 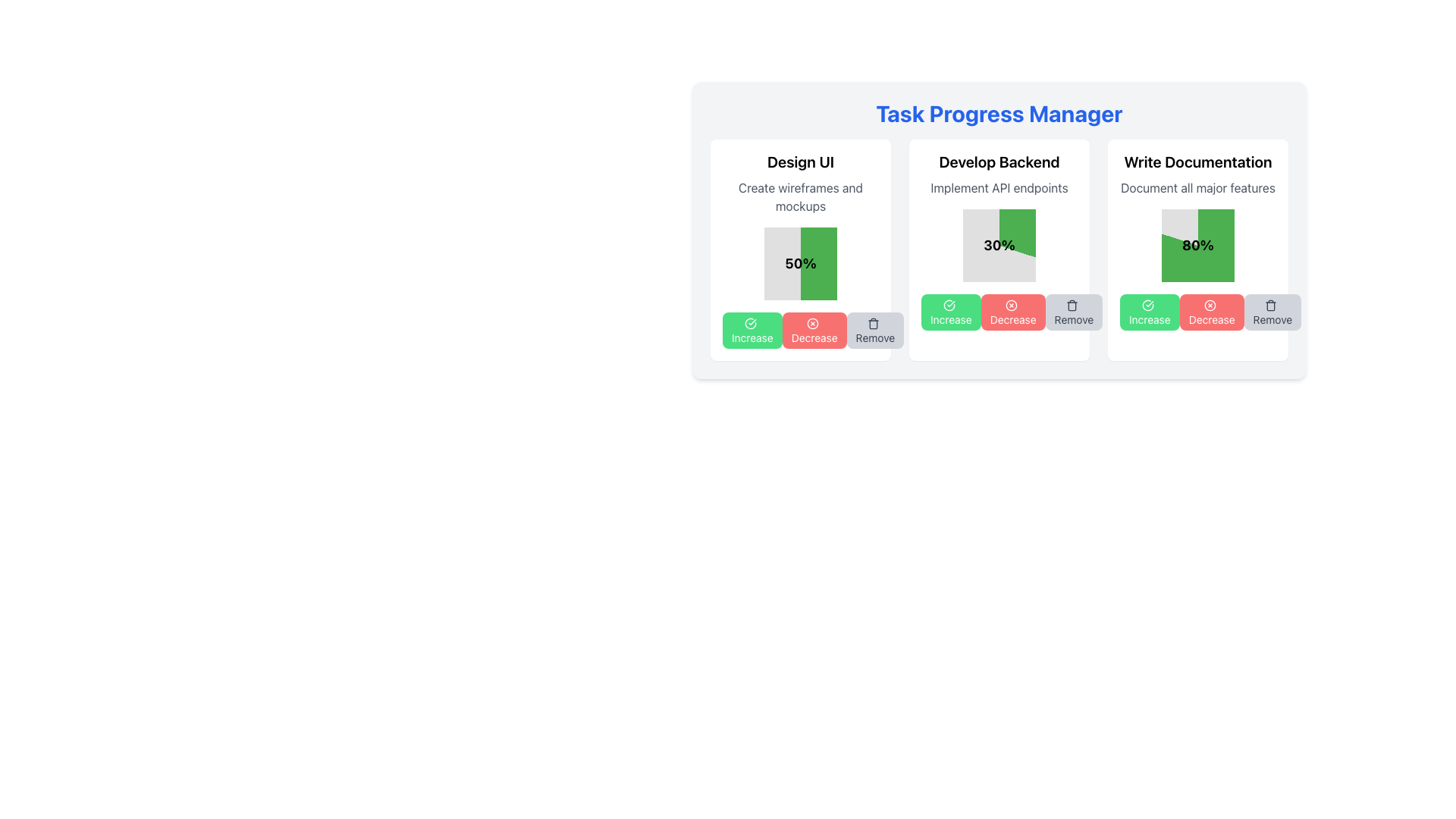 I want to click on the 'Remove' button with a light gray background and rounded edges, which features a trash icon, located under the 'Develop Backend' section, so click(x=1073, y=312).